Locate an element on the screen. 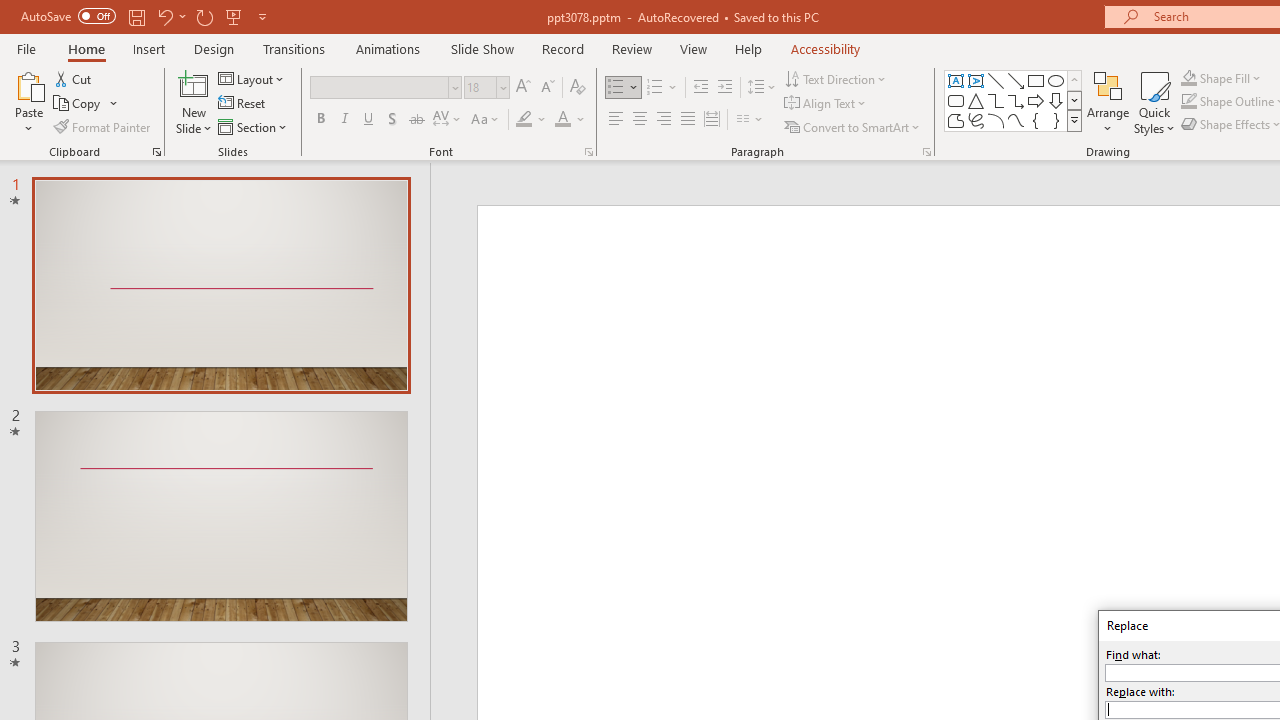 The width and height of the screenshot is (1280, 720). 'New Slide' is located at coordinates (193, 103).